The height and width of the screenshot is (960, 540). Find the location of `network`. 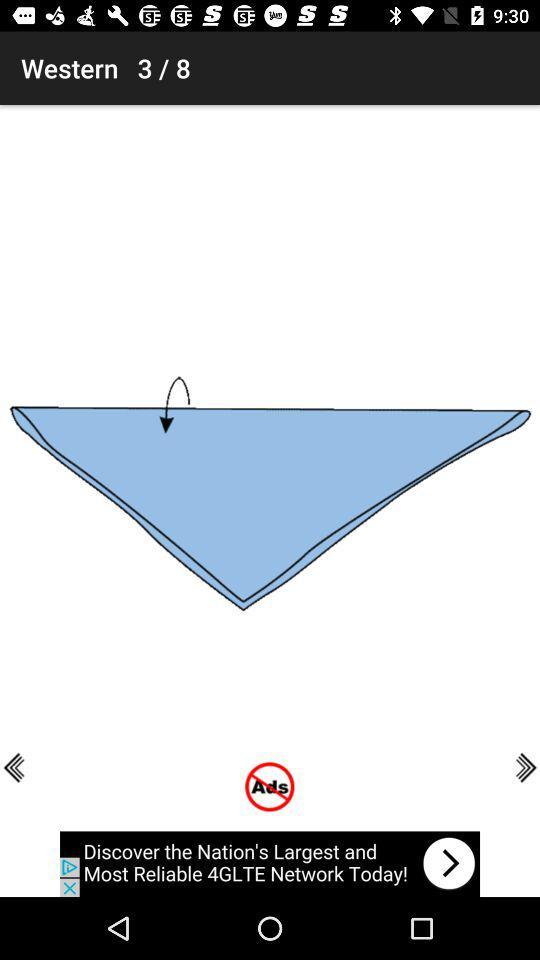

network is located at coordinates (270, 863).